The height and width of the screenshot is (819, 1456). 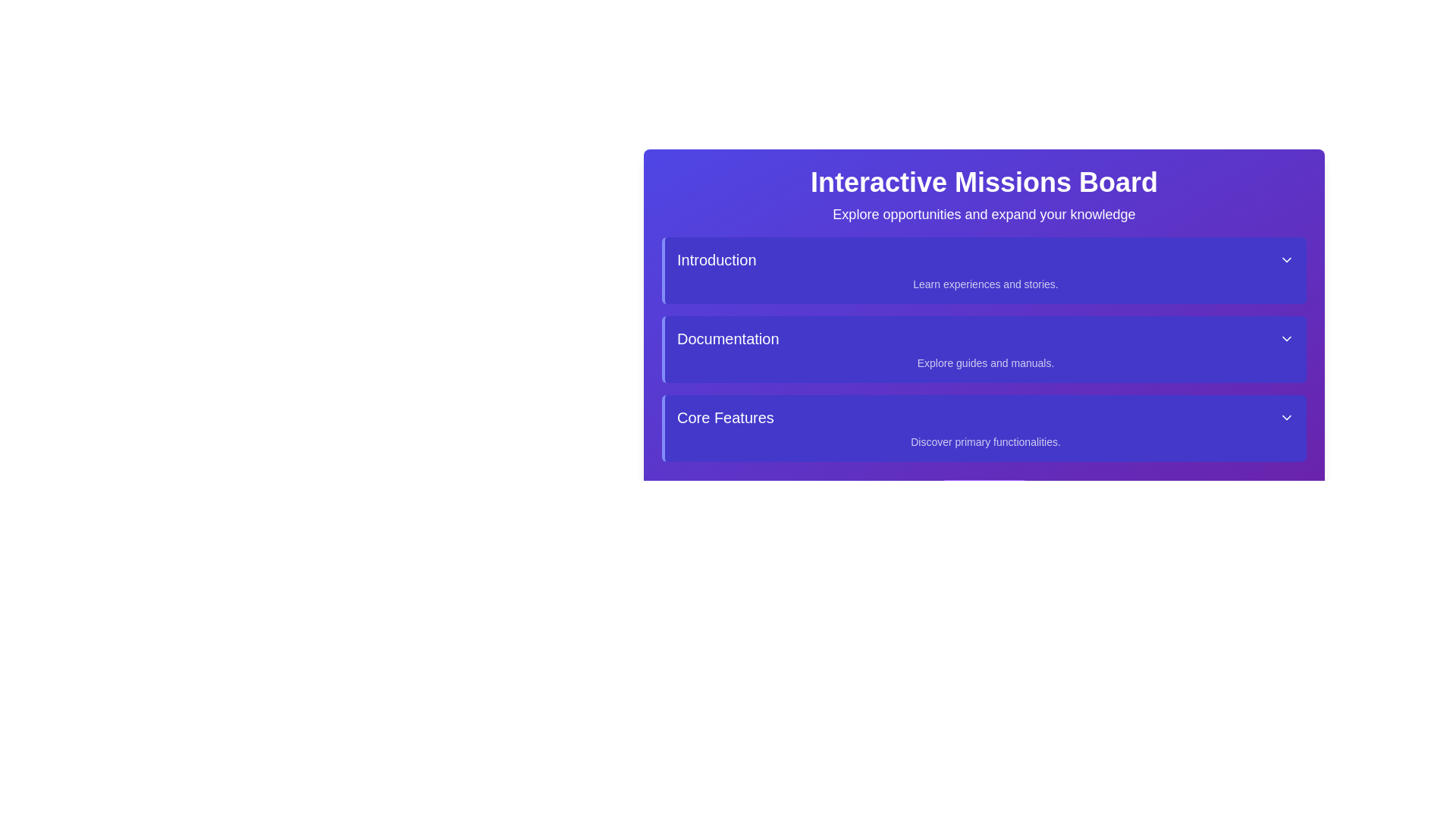 What do you see at coordinates (716, 259) in the screenshot?
I see `the Text Label element that serves as a heading for the section, which contains the text 'Introduction'` at bounding box center [716, 259].